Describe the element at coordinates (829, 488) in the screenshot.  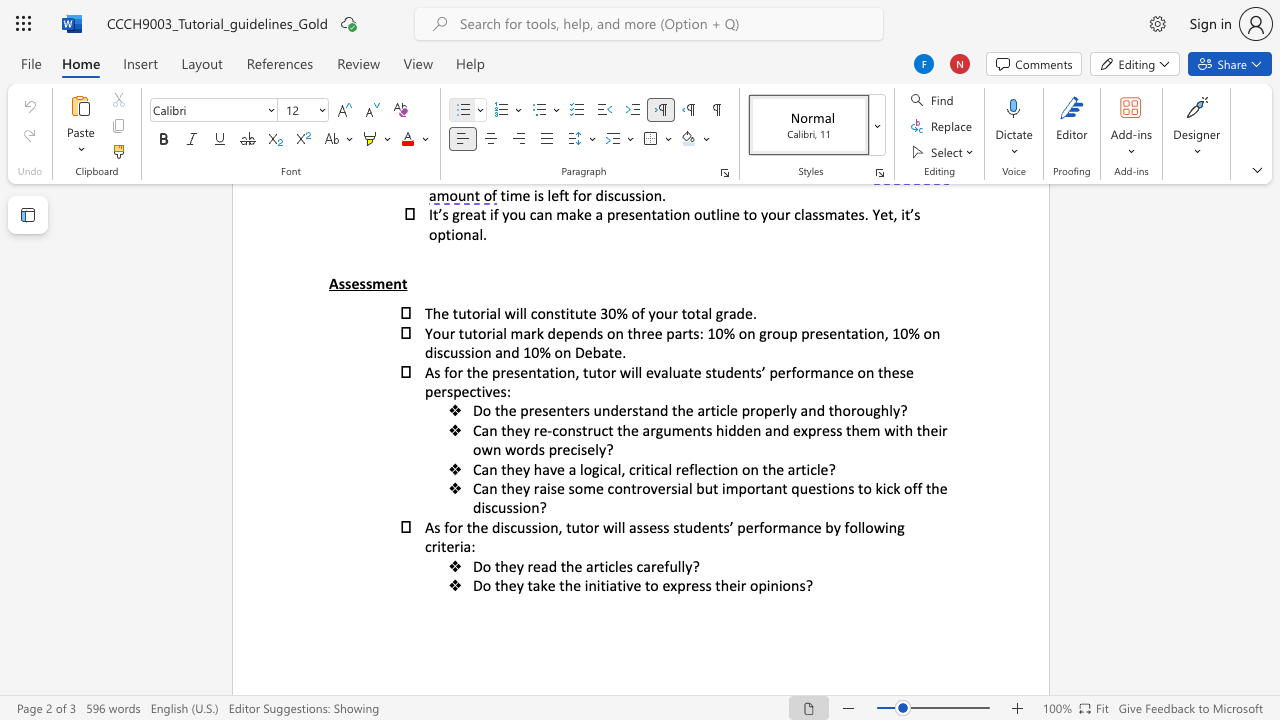
I see `the 4th character "i" in the text` at that location.